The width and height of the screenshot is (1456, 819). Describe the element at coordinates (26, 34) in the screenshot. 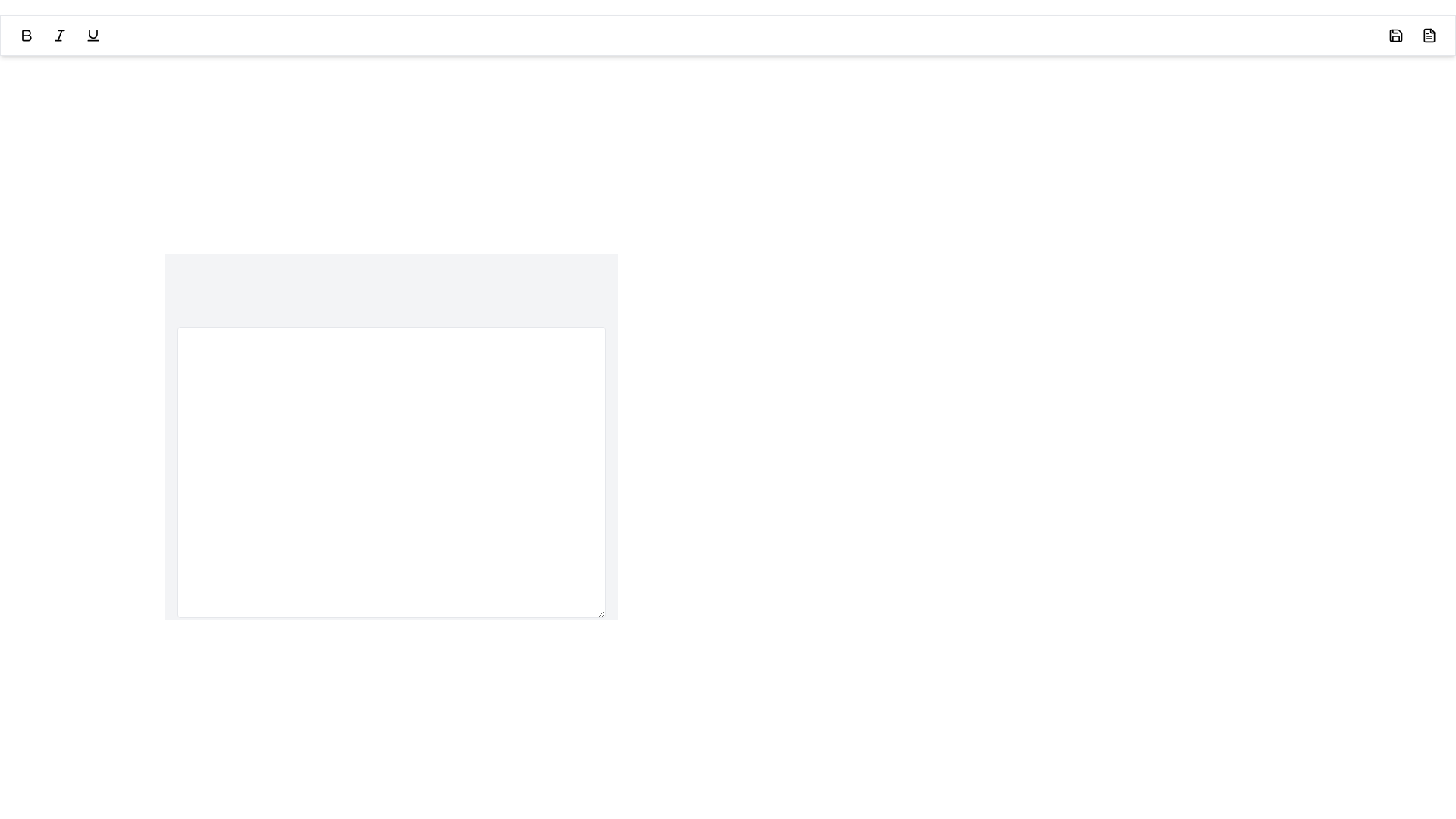

I see `the bold formatting button in the rich text editor` at that location.